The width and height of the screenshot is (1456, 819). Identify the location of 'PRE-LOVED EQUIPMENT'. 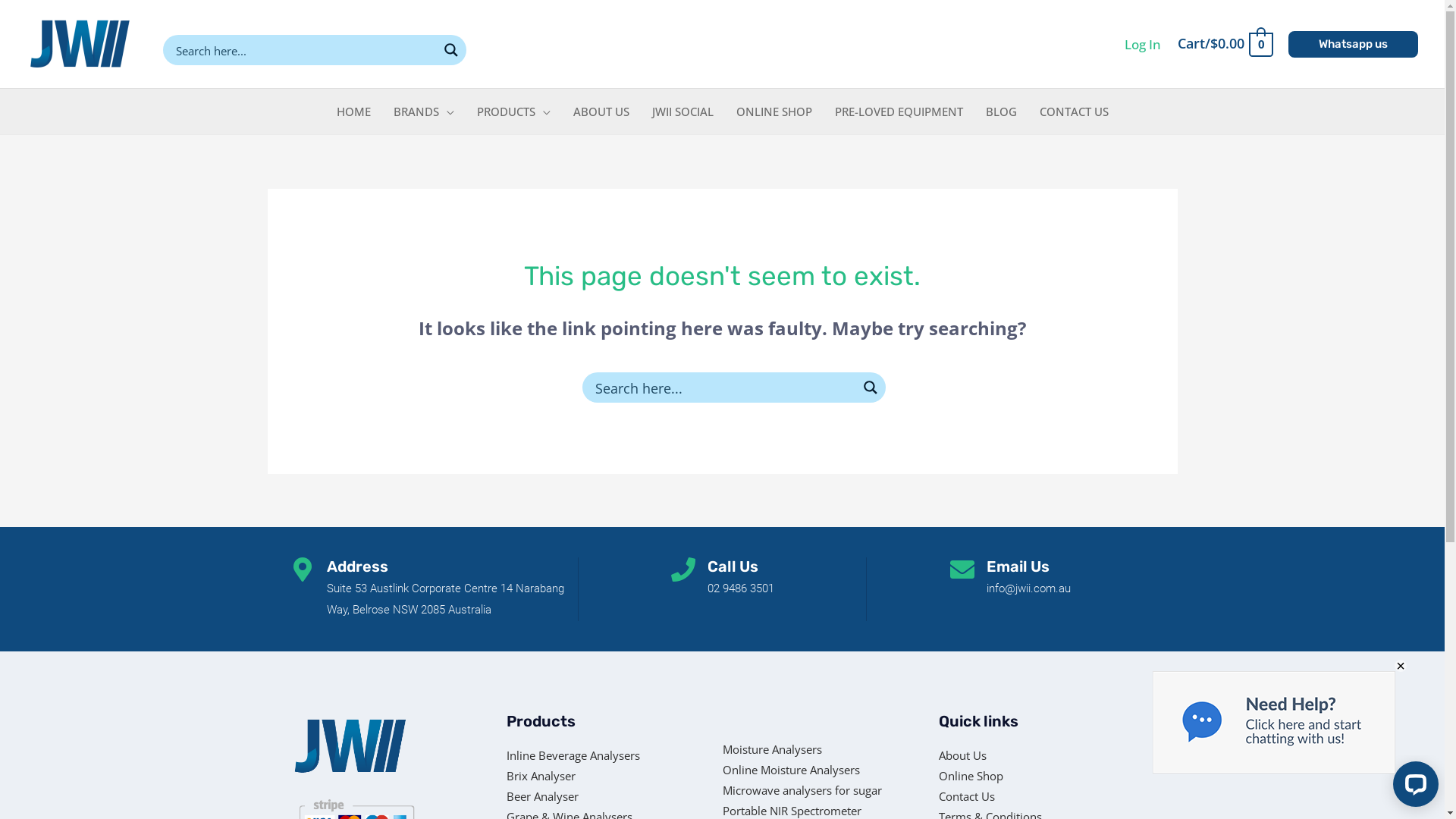
(899, 110).